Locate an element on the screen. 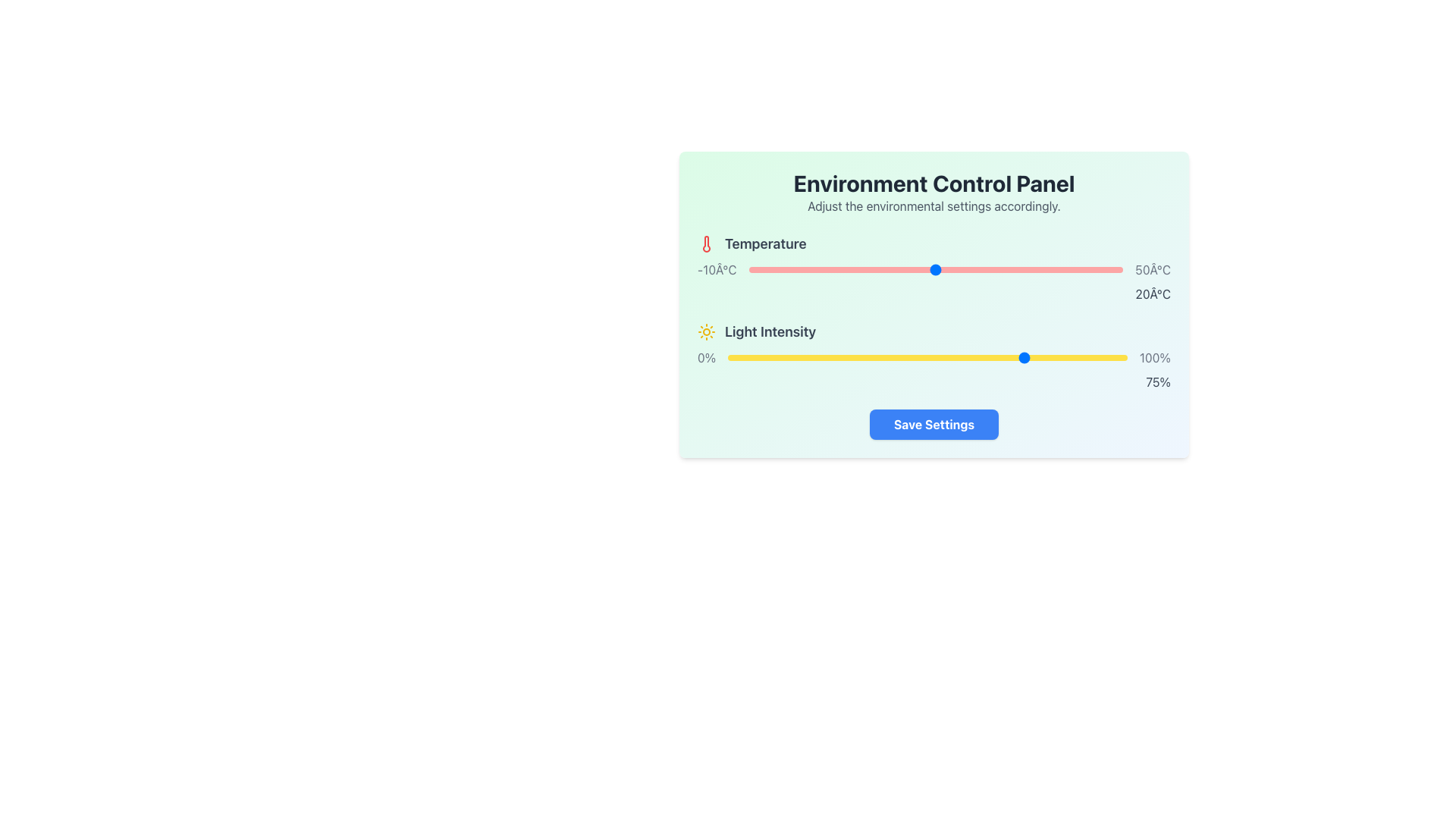  the temperature slider is located at coordinates (841, 268).